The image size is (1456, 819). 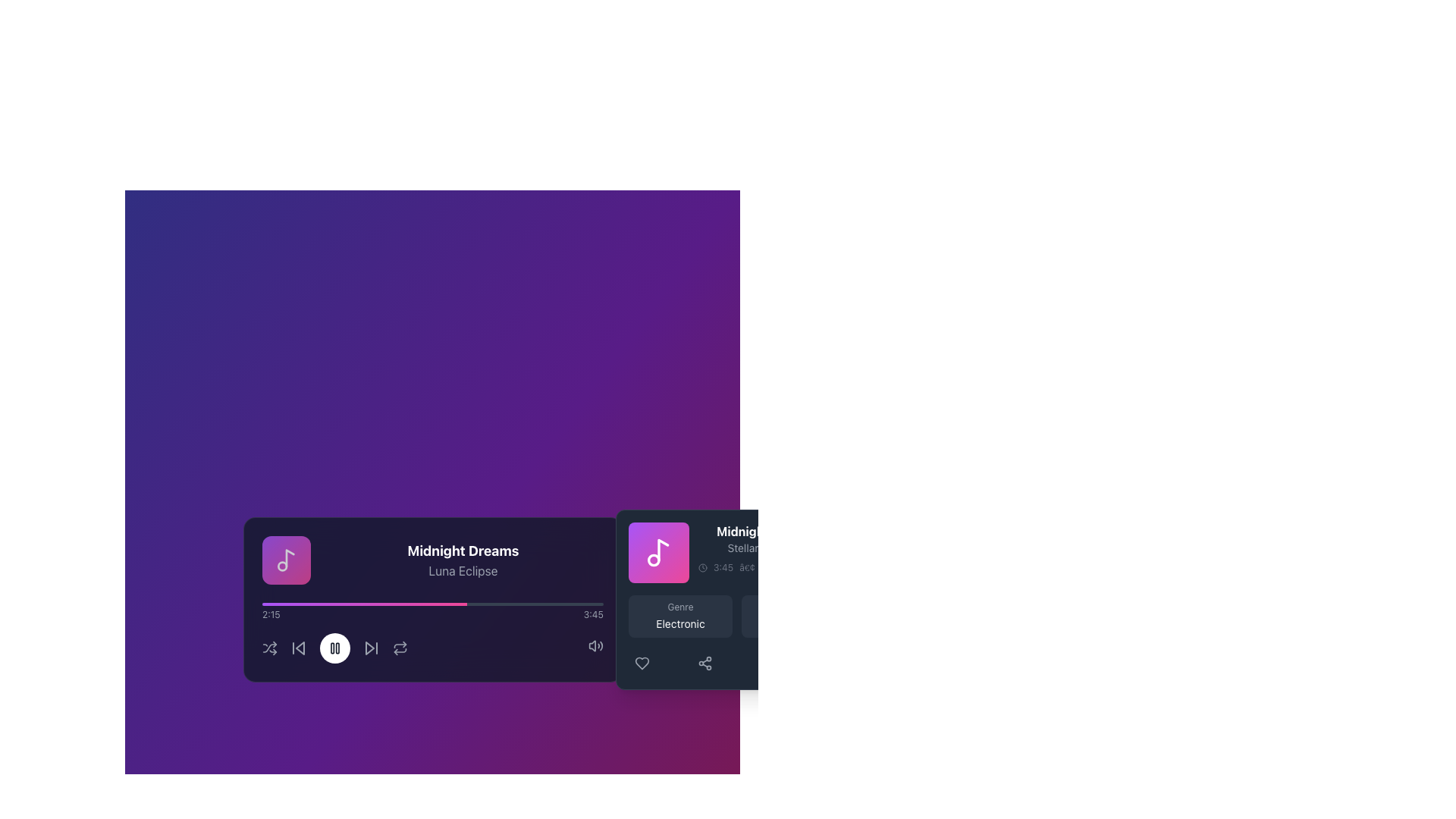 I want to click on the shuffle icon, which is a pair of arrows crossing each other in the media player control interface, so click(x=269, y=648).